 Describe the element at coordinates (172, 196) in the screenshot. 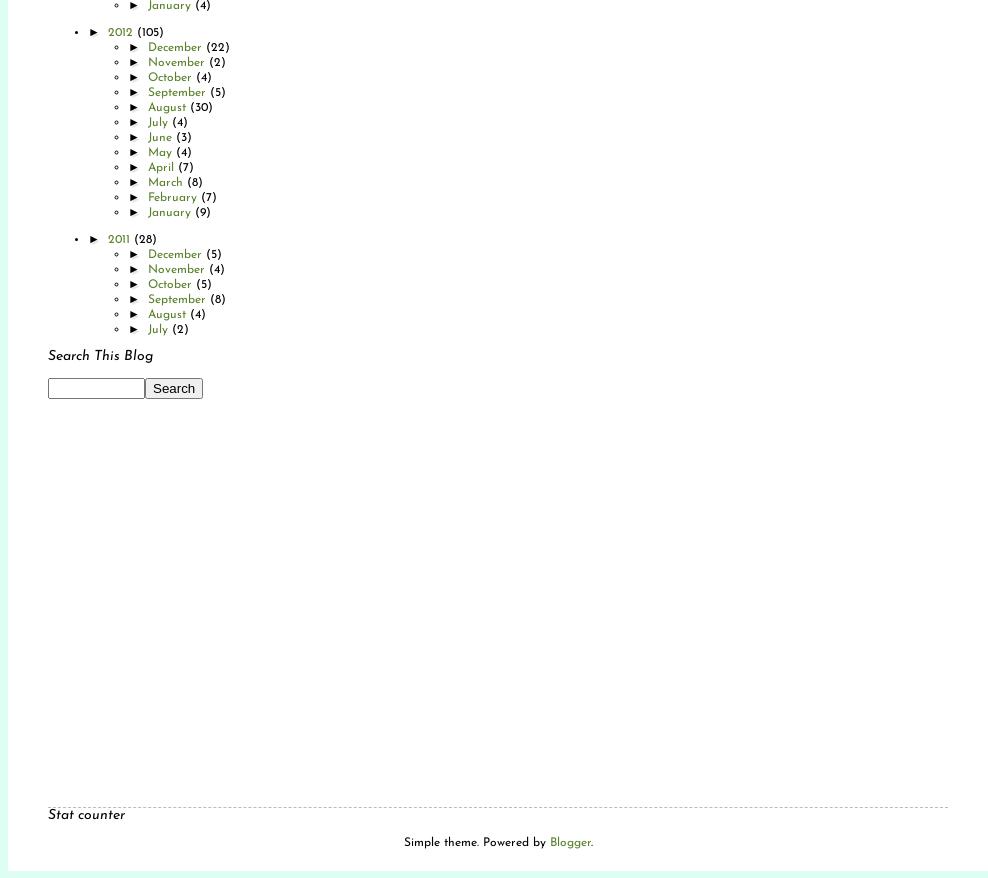

I see `'February'` at that location.